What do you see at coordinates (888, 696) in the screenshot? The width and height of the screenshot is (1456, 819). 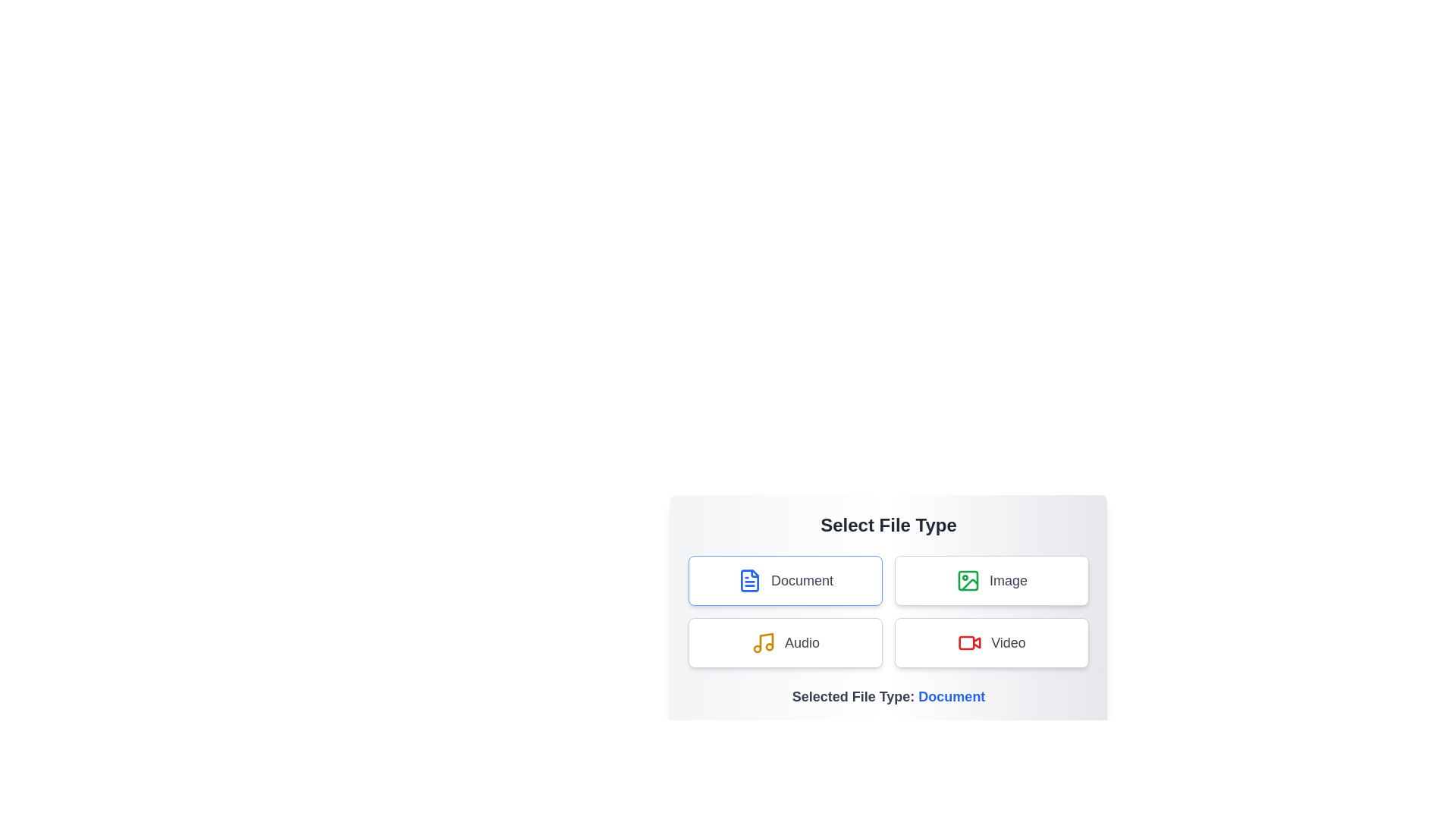 I see `the static text label that displays the current selection for the file type, positioned at the bottom of the file type selection options` at bounding box center [888, 696].